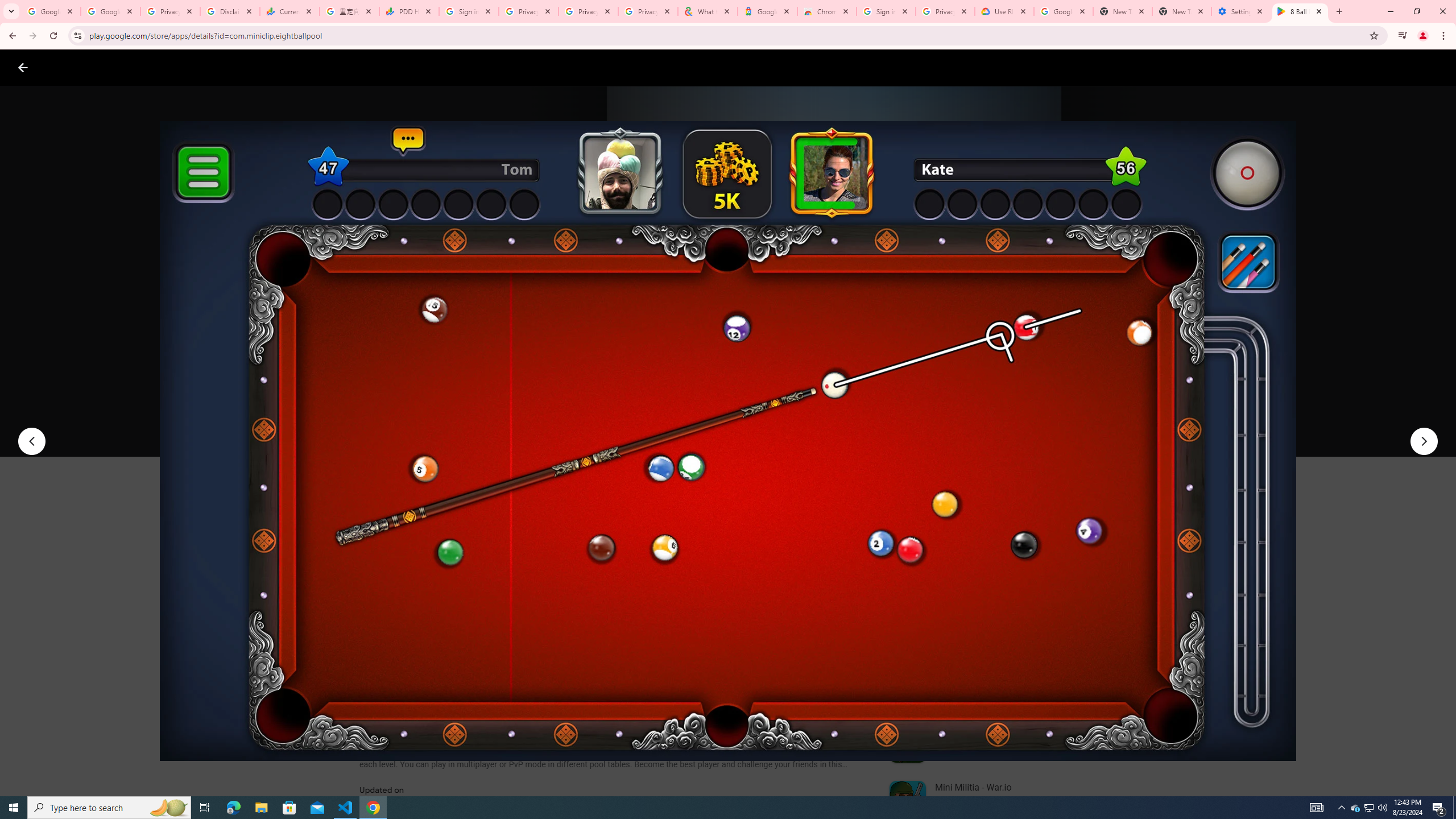  I want to click on 'New Tab', so click(1182, 11).